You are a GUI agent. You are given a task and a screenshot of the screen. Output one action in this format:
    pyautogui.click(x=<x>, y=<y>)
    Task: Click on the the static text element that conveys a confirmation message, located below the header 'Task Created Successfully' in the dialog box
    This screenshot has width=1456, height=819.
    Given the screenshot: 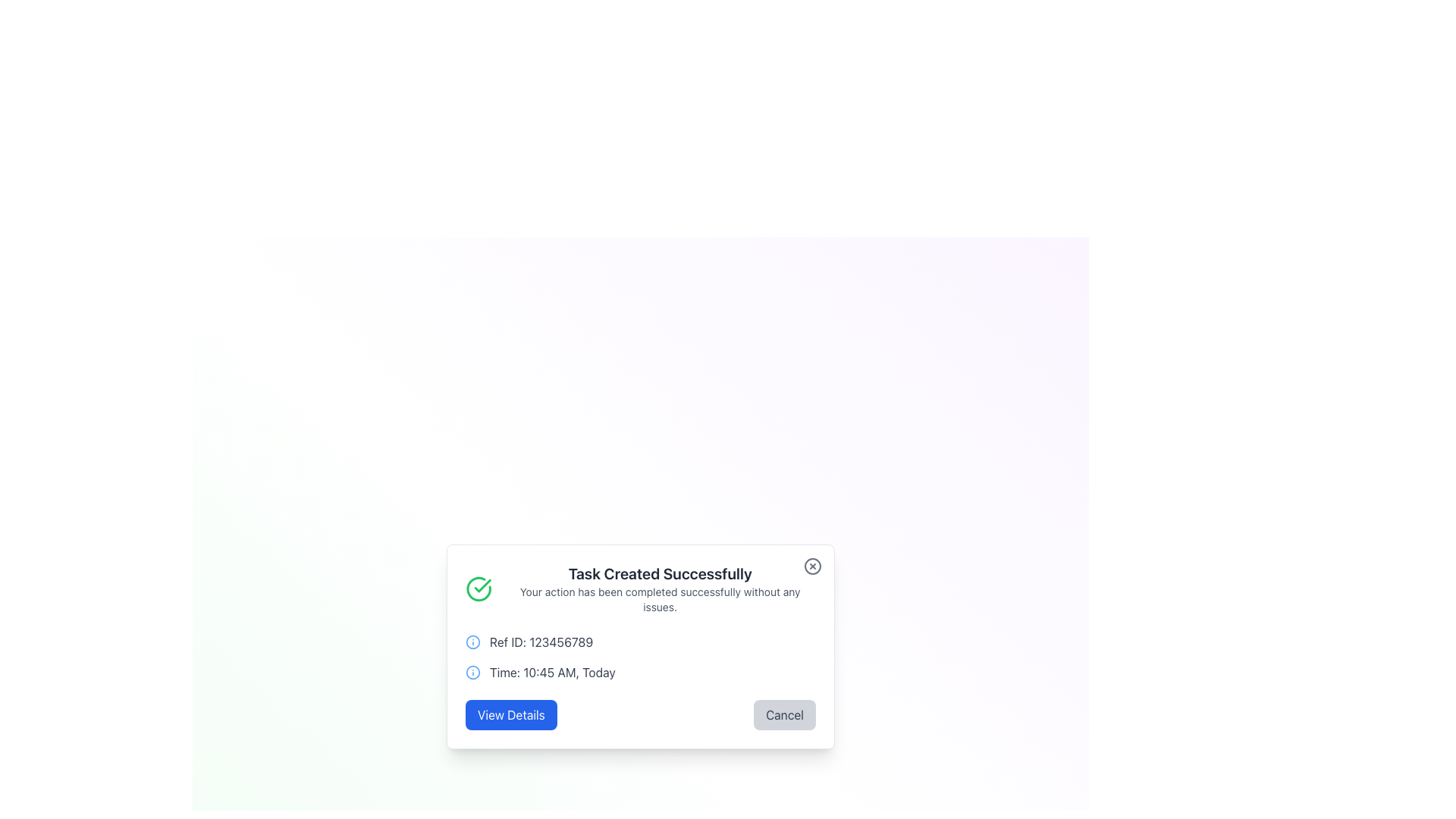 What is the action you would take?
    pyautogui.click(x=660, y=598)
    